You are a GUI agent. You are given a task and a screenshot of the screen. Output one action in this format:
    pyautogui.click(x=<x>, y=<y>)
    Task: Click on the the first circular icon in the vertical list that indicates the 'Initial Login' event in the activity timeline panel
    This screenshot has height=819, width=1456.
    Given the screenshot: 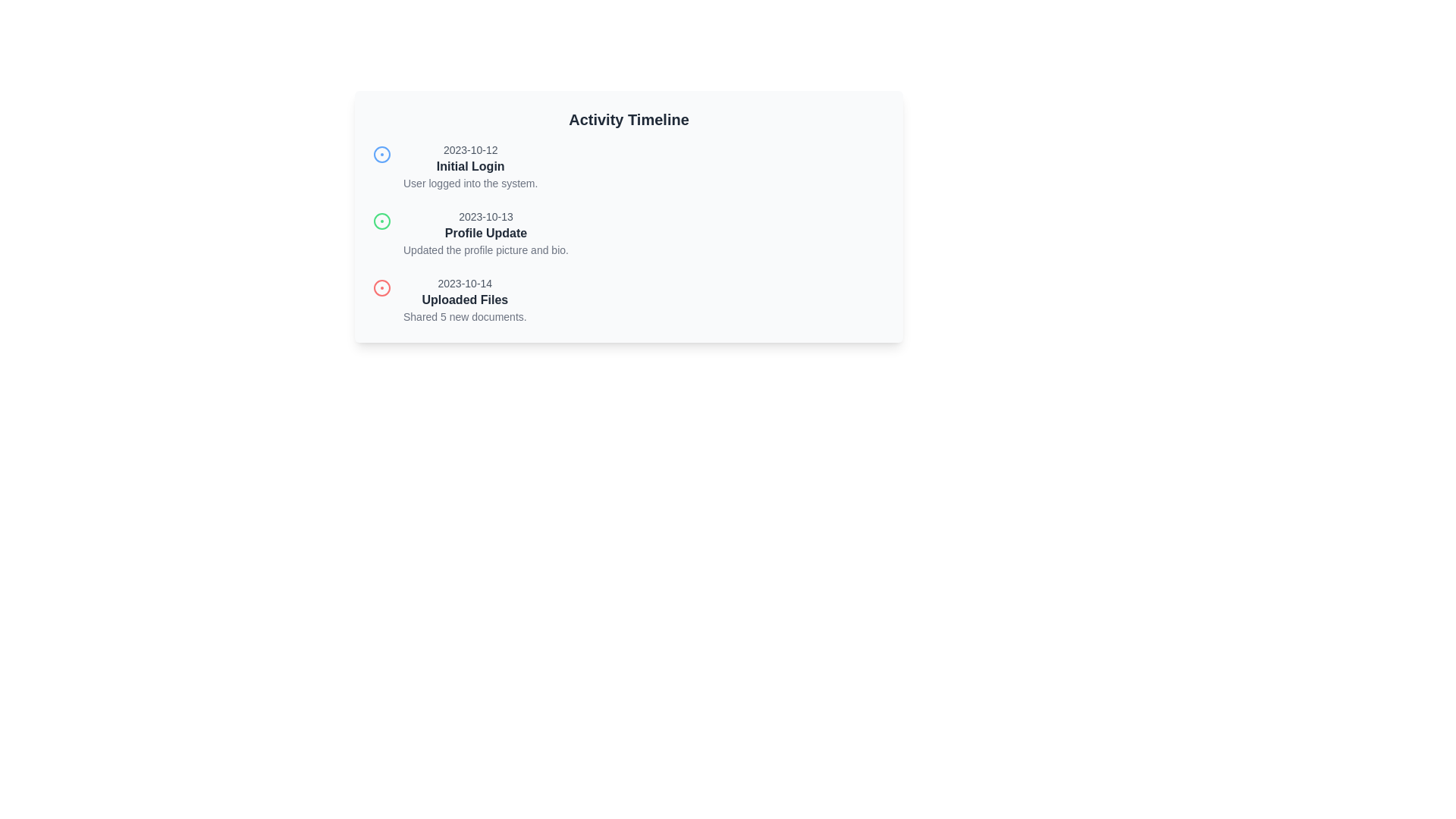 What is the action you would take?
    pyautogui.click(x=382, y=155)
    